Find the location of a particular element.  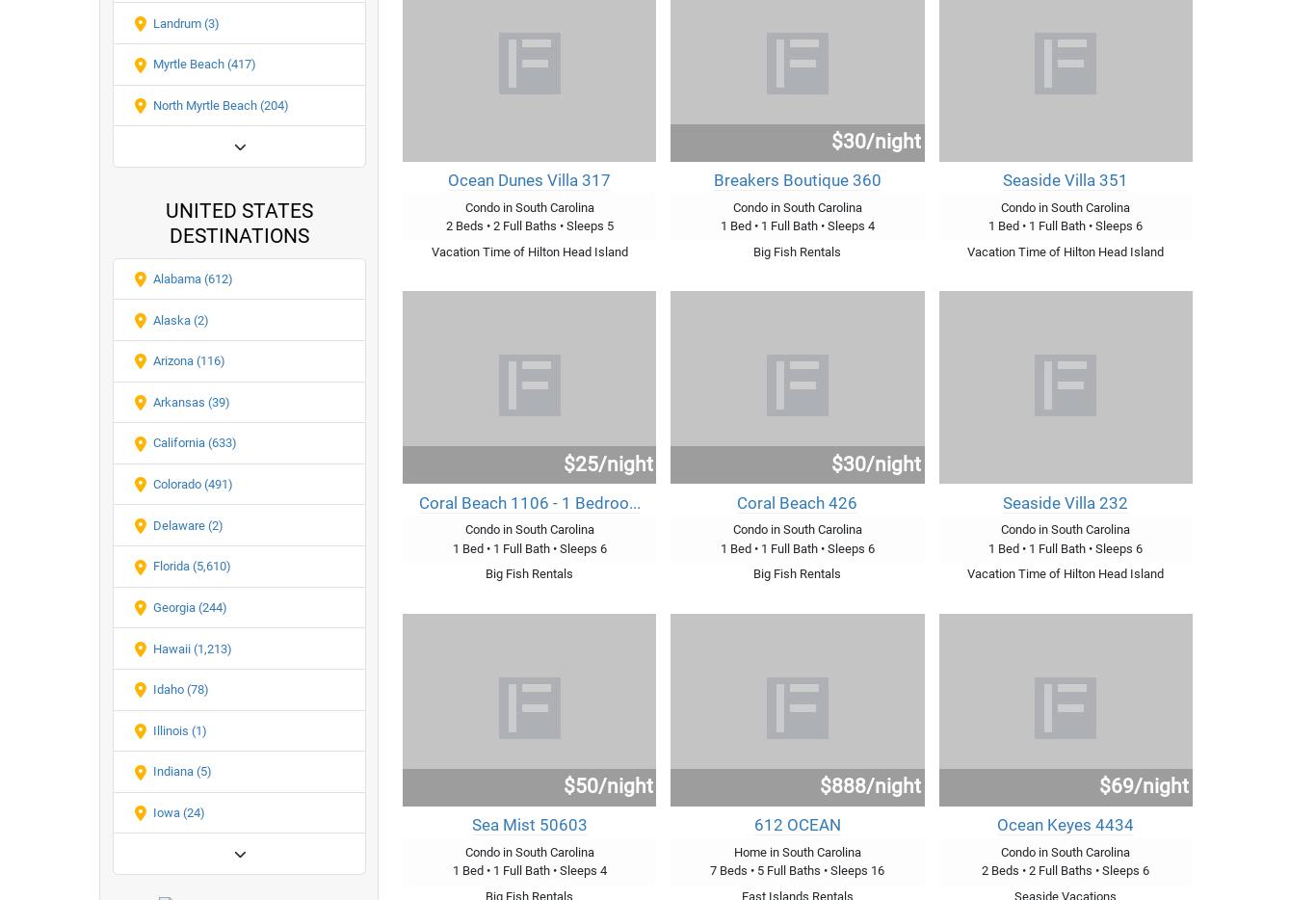

'Testimonials' is located at coordinates (265, 67).